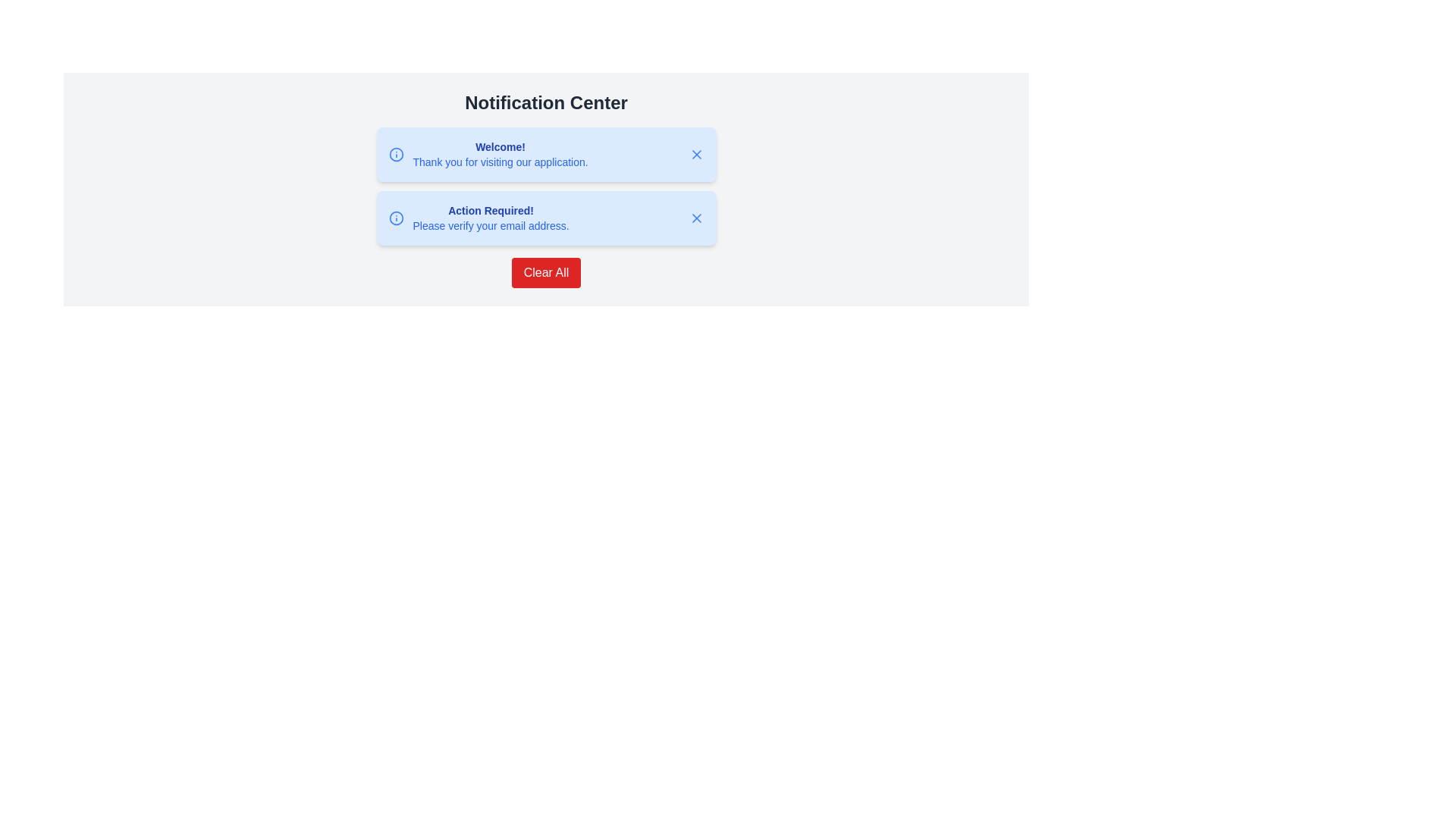  I want to click on header text summarizing the purpose of the Notification Center, which is positioned above the informational cards and button, so click(546, 102).